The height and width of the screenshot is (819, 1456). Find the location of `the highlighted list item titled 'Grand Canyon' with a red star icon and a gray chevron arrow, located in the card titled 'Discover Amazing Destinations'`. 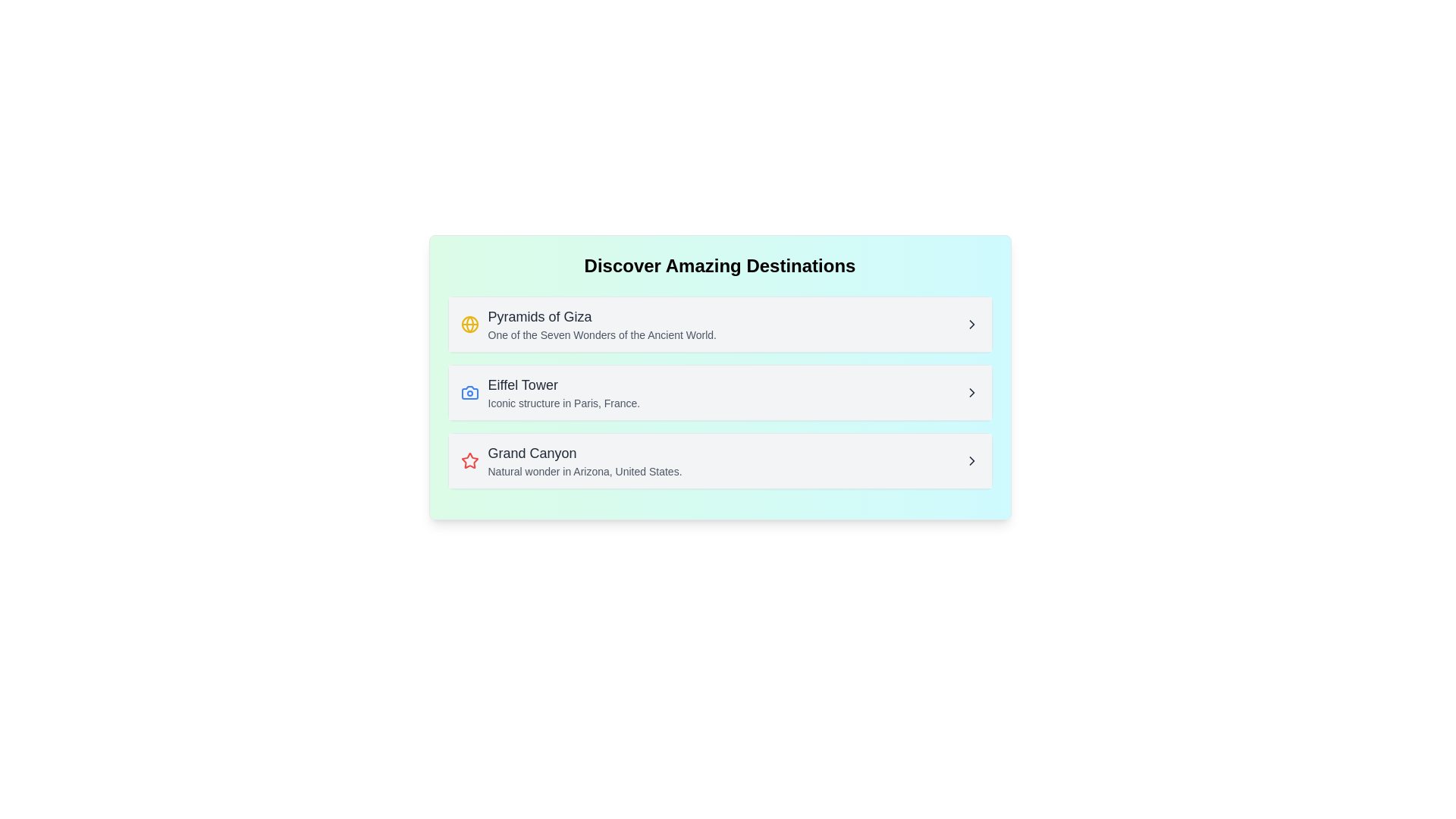

the highlighted list item titled 'Grand Canyon' with a red star icon and a gray chevron arrow, located in the card titled 'Discover Amazing Destinations' is located at coordinates (719, 460).